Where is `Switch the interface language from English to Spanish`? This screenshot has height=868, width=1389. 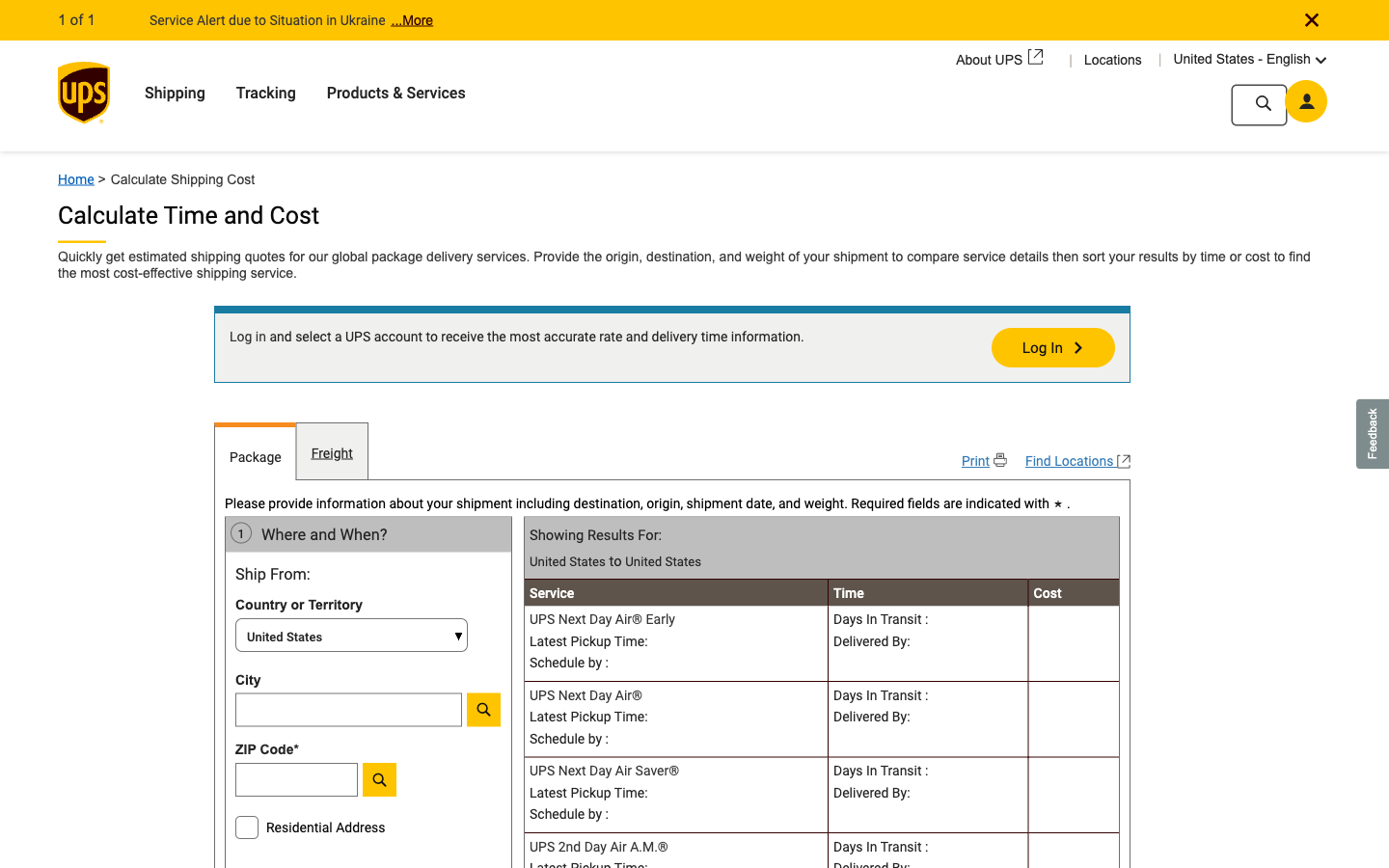
Switch the interface language from English to Spanish is located at coordinates (1310, 57).